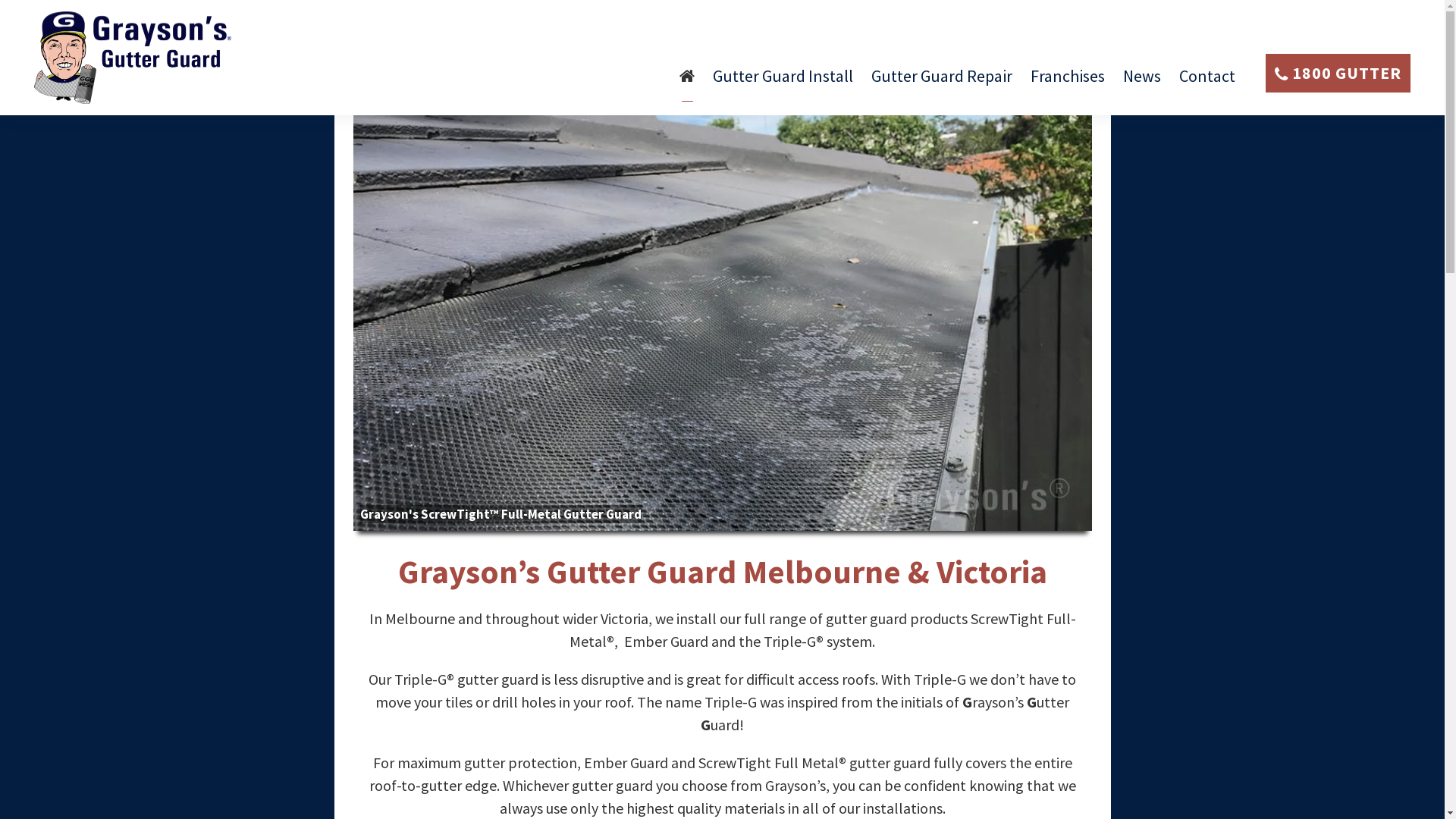  I want to click on 'Gutter Guard Repair', so click(871, 82).